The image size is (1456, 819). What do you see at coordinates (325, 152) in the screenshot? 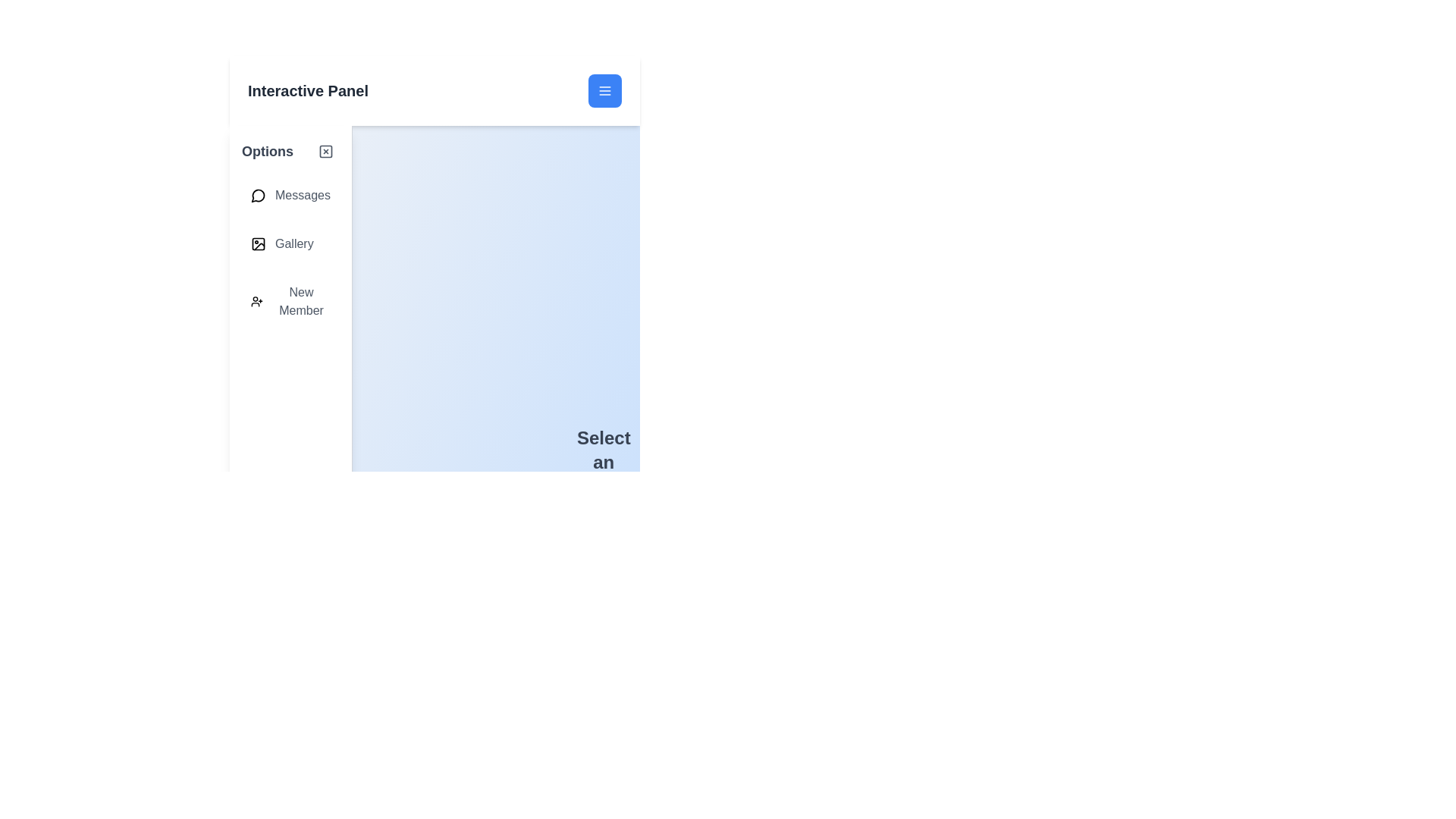
I see `the close icon button located in the left sidebar, next to the 'Options' label, above the 'Messages' icon` at bounding box center [325, 152].